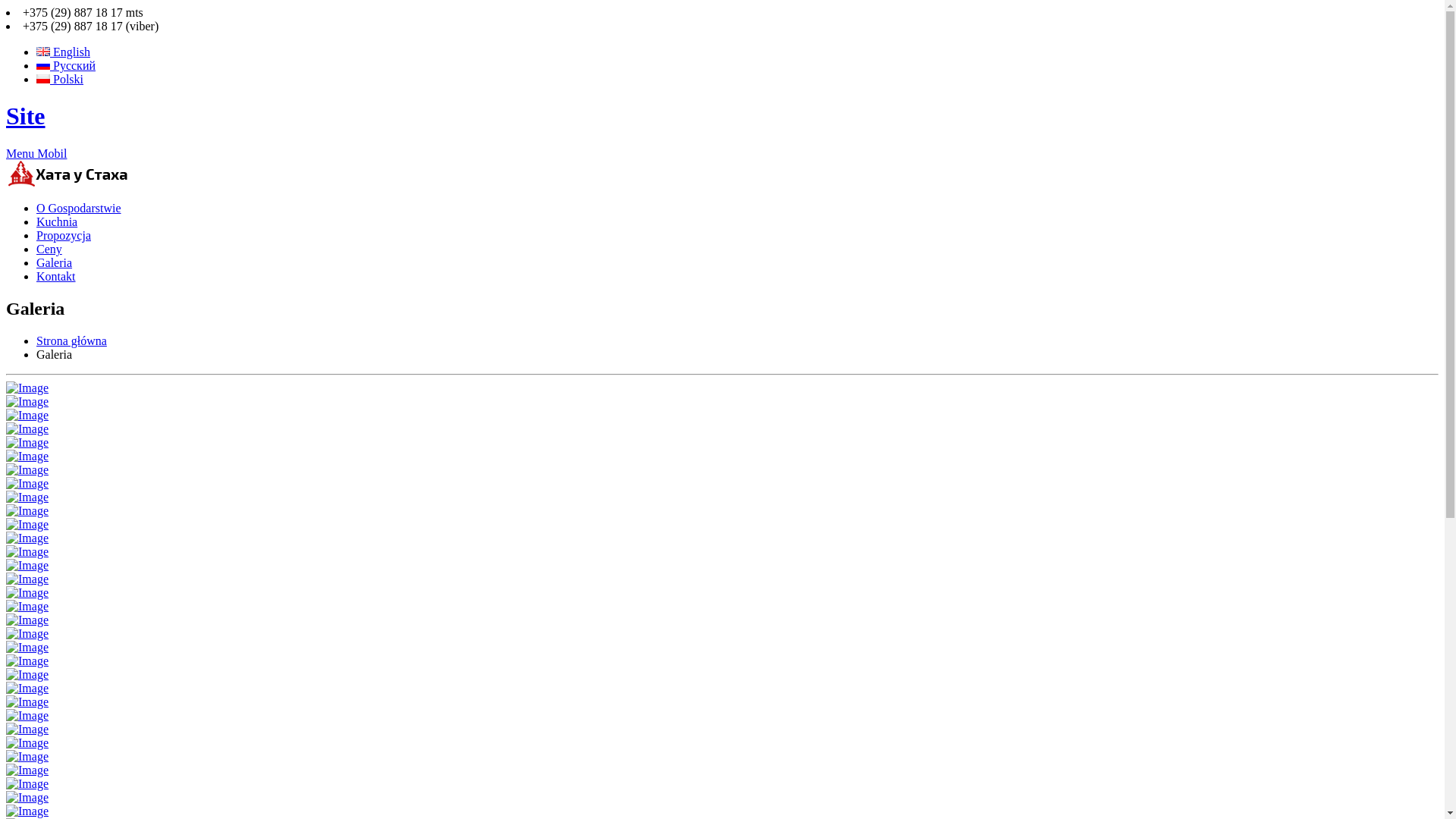 Image resolution: width=1456 pixels, height=819 pixels. I want to click on 'Propozycja', so click(62, 235).